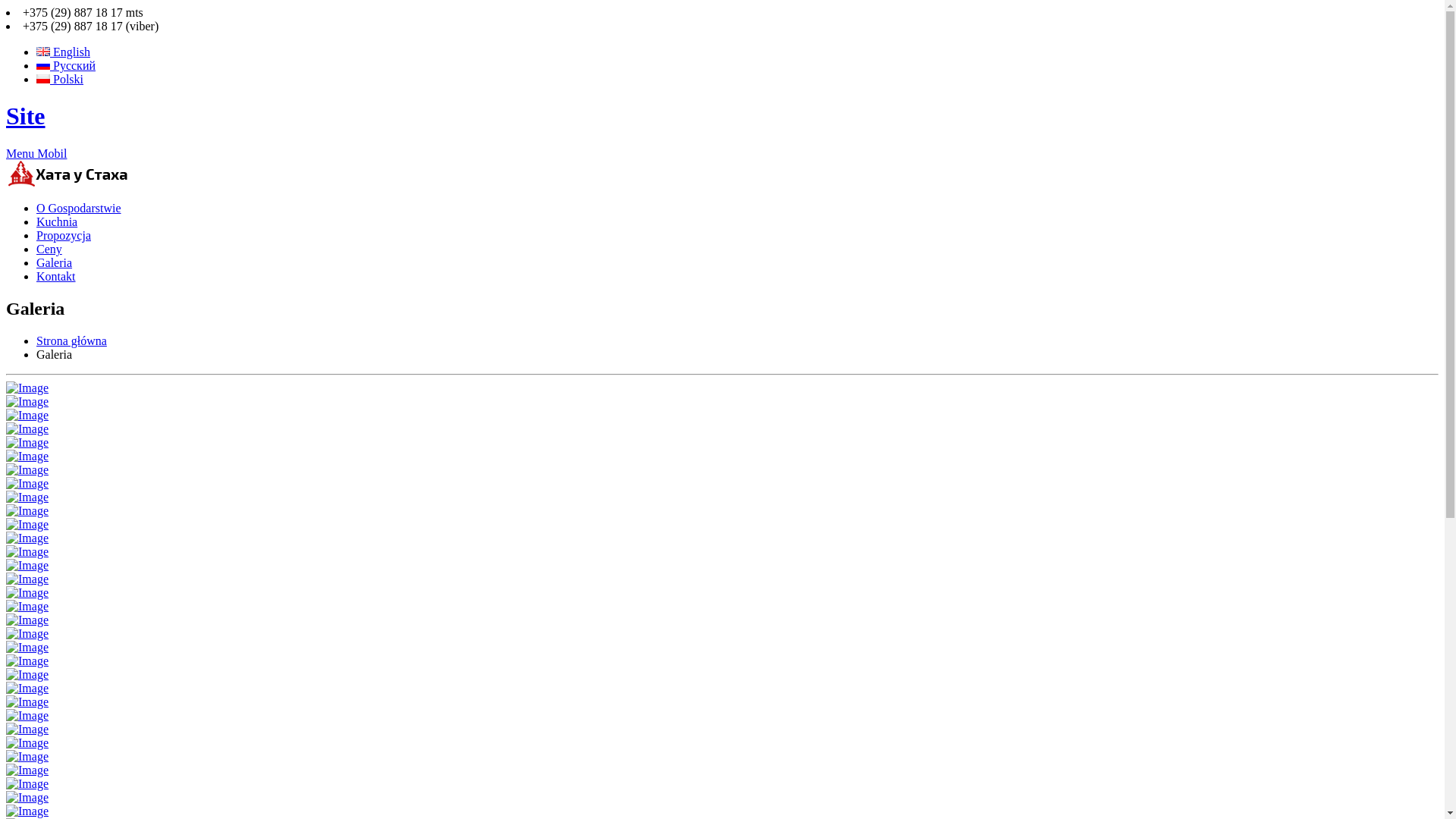 Image resolution: width=1456 pixels, height=819 pixels. I want to click on 'Propozycja', so click(62, 235).